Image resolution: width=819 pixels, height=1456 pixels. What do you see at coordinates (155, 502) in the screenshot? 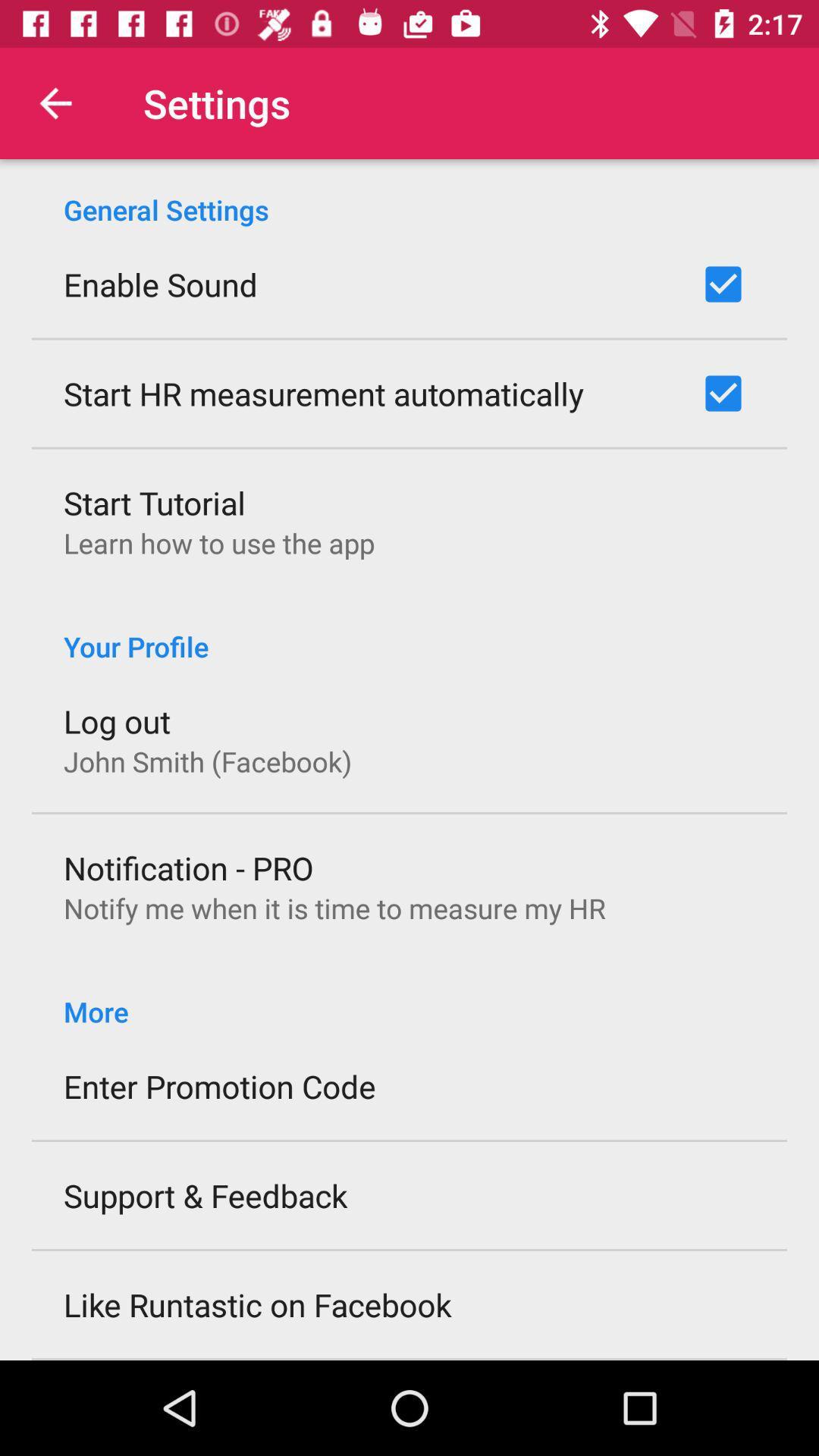
I see `start tutorial item` at bounding box center [155, 502].